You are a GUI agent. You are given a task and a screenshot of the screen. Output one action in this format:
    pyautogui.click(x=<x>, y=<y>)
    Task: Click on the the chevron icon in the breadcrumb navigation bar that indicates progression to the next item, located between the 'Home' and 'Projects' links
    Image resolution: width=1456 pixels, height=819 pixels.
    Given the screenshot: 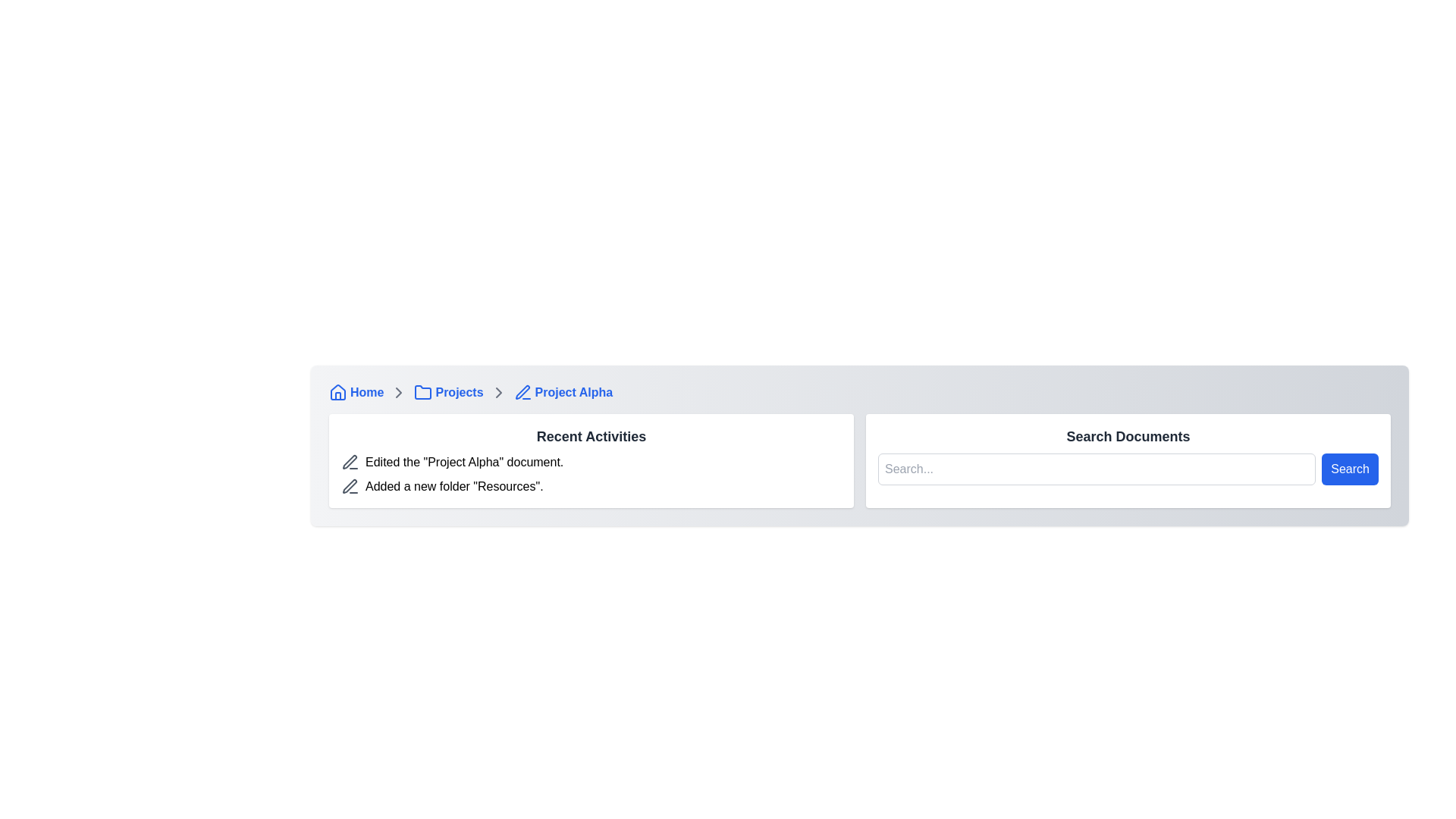 What is the action you would take?
    pyautogui.click(x=399, y=391)
    